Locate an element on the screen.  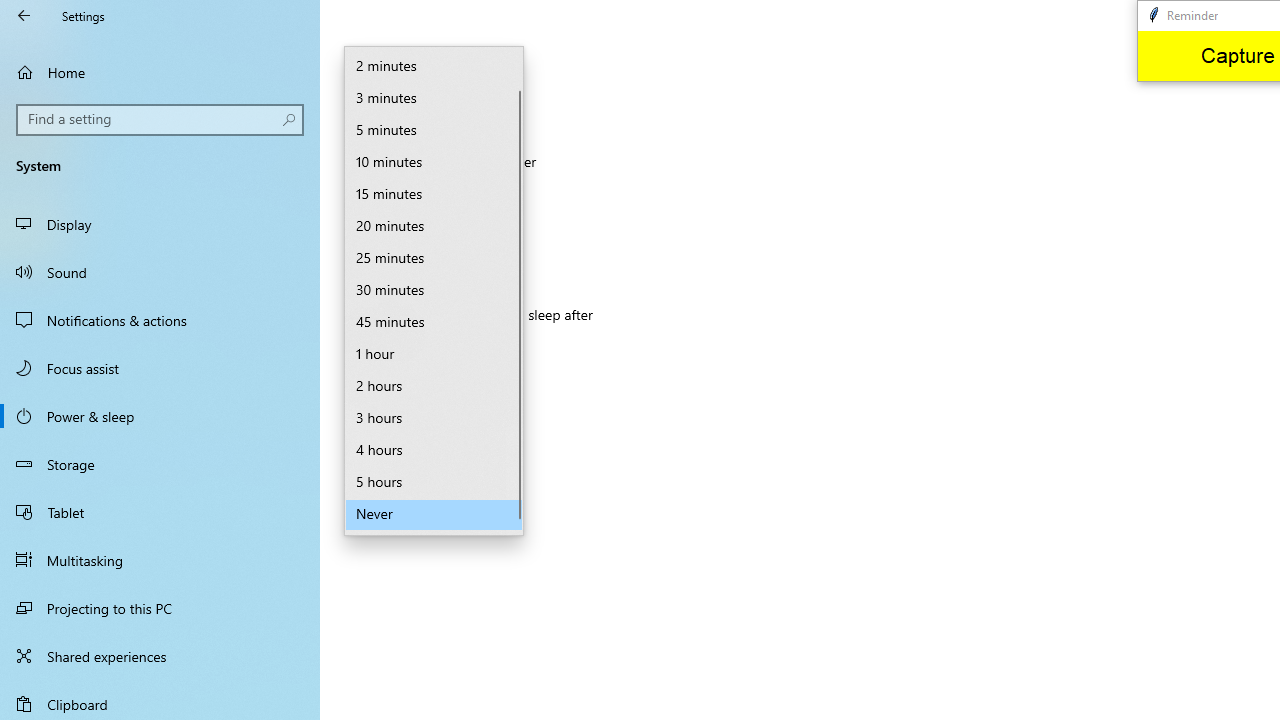
'5 minutes' is located at coordinates (433, 131).